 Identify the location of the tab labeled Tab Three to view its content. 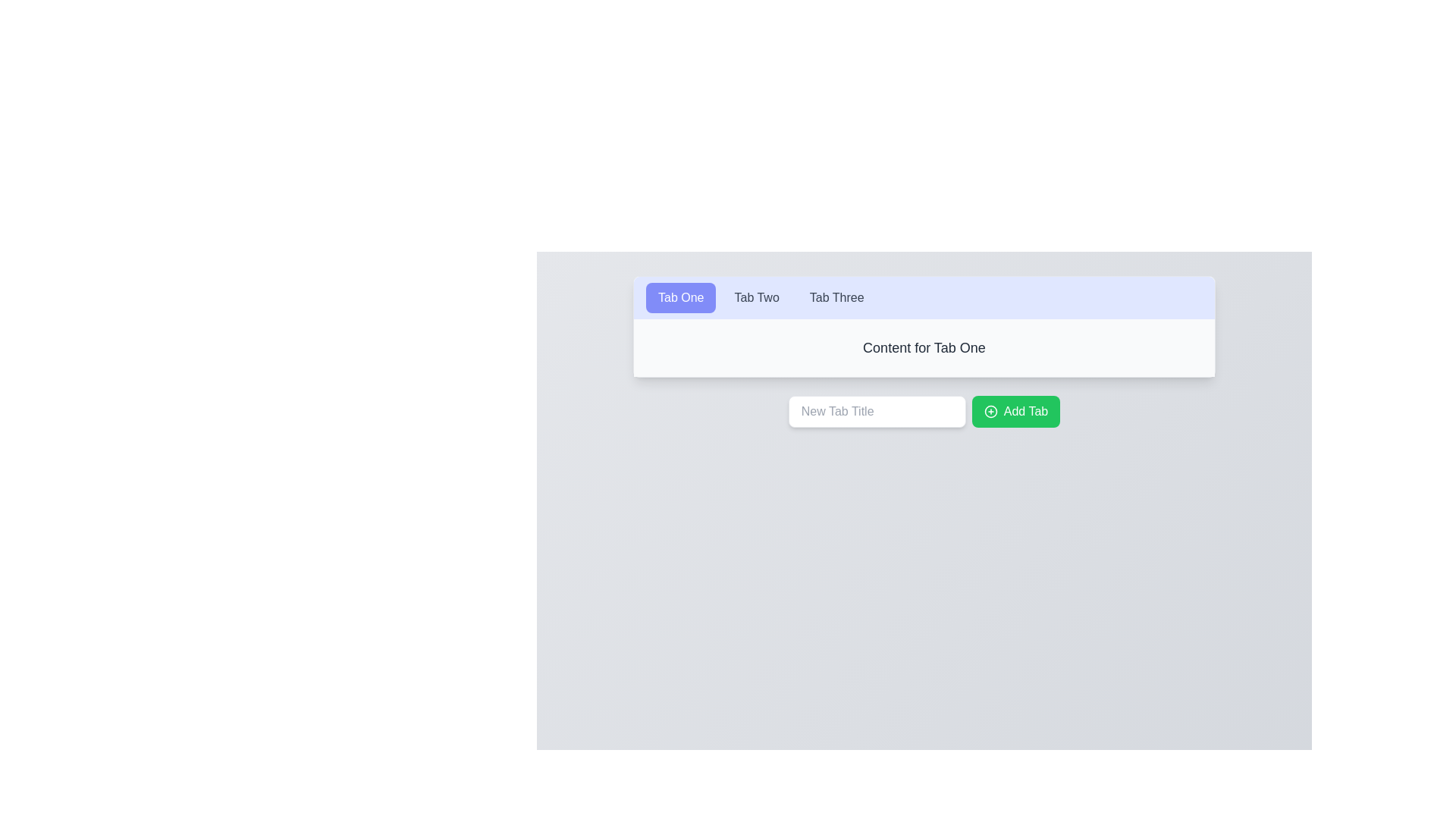
(836, 298).